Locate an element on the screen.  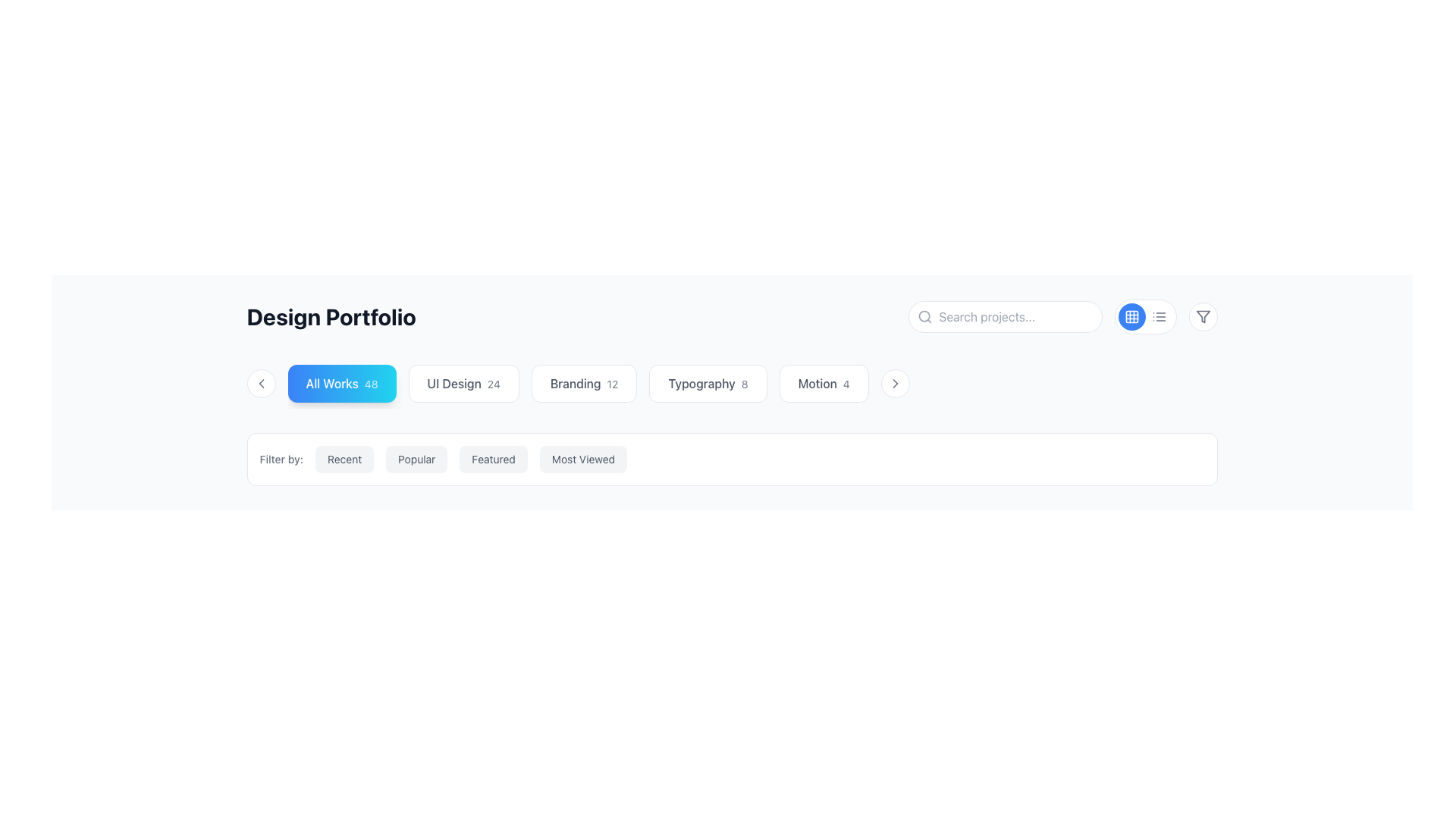
the icon button located near the top right corner of the interface is located at coordinates (1158, 315).